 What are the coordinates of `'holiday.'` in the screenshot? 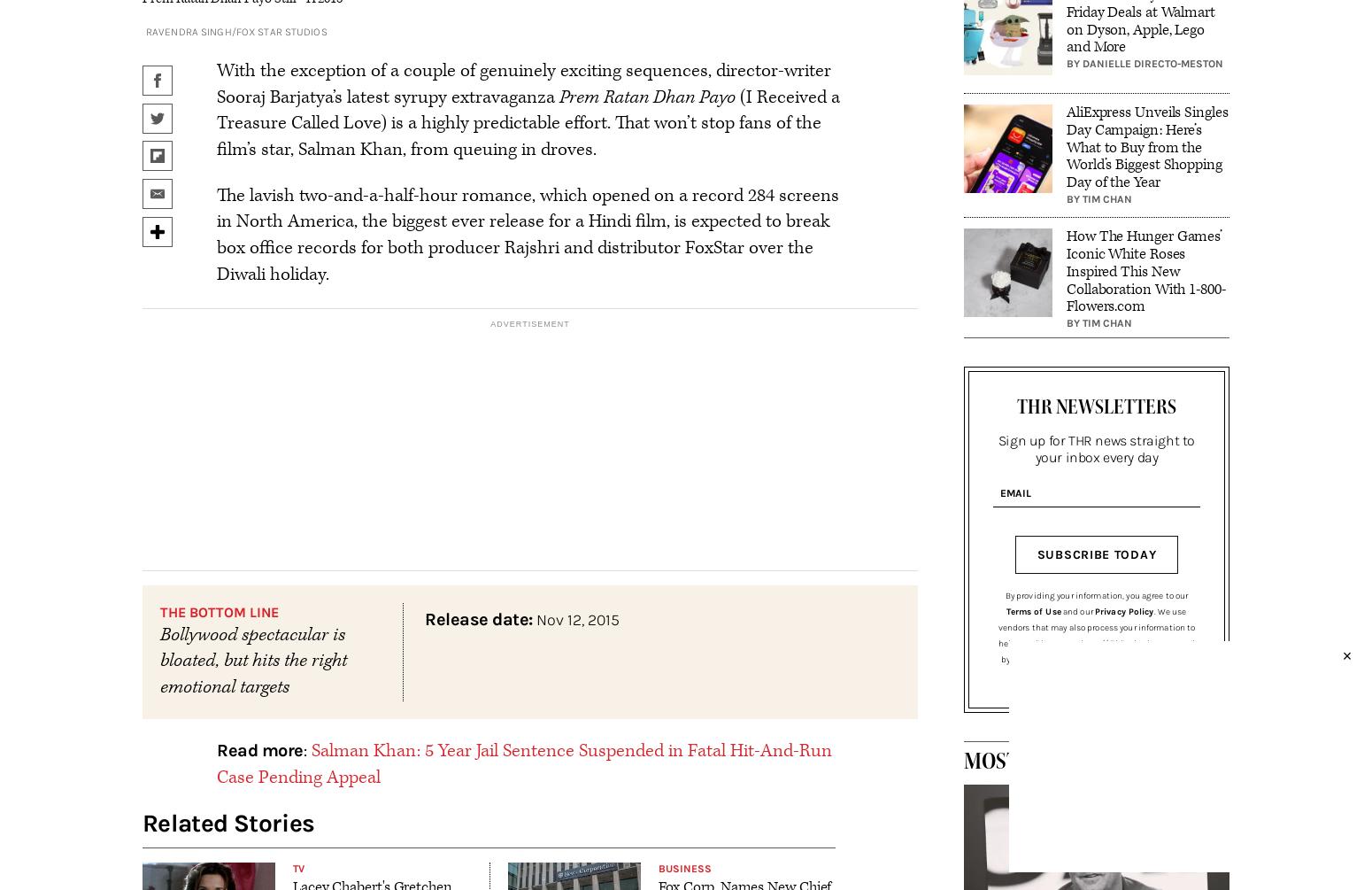 It's located at (297, 273).